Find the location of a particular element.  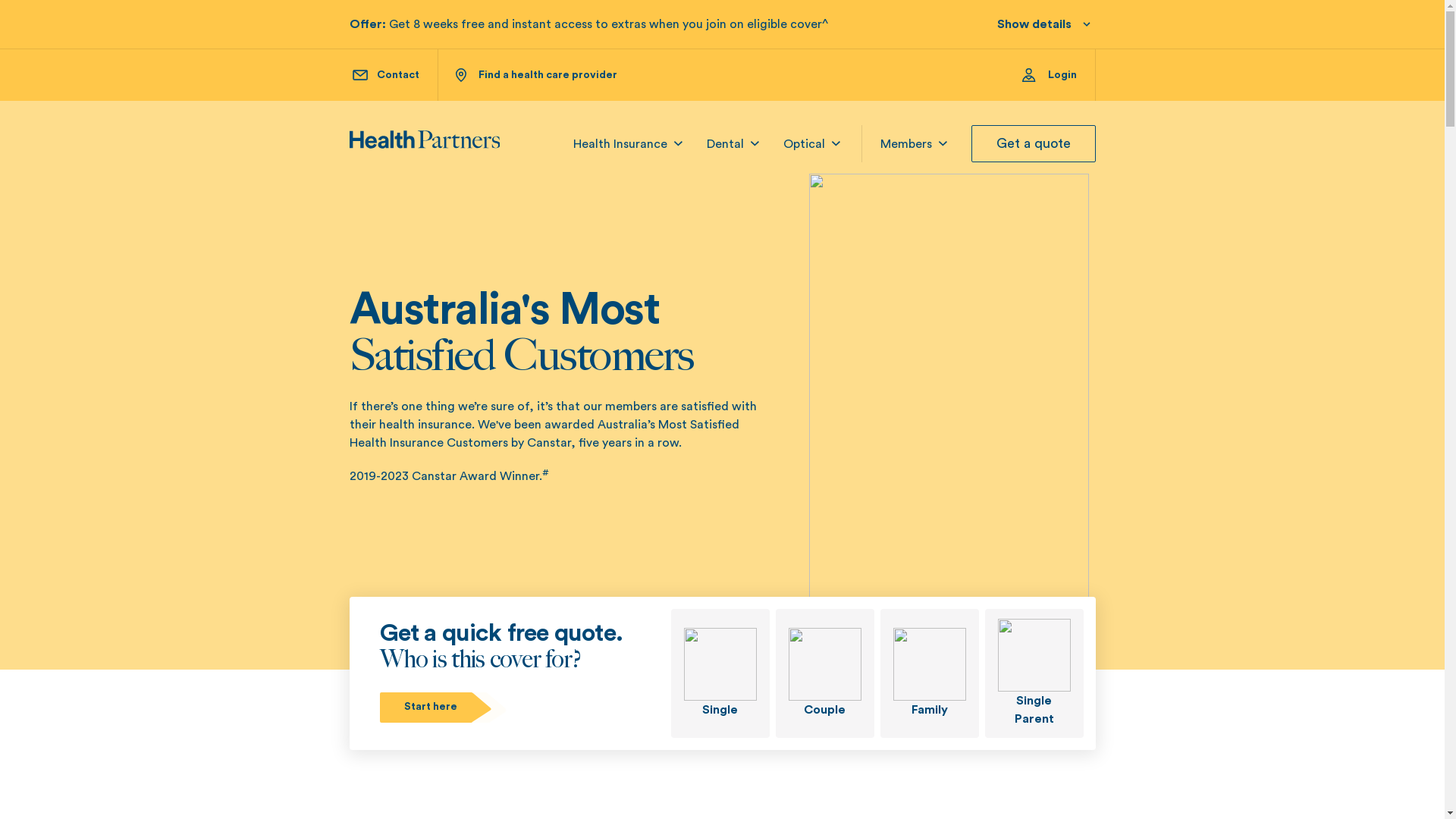

'Start here' is located at coordinates (443, 707).